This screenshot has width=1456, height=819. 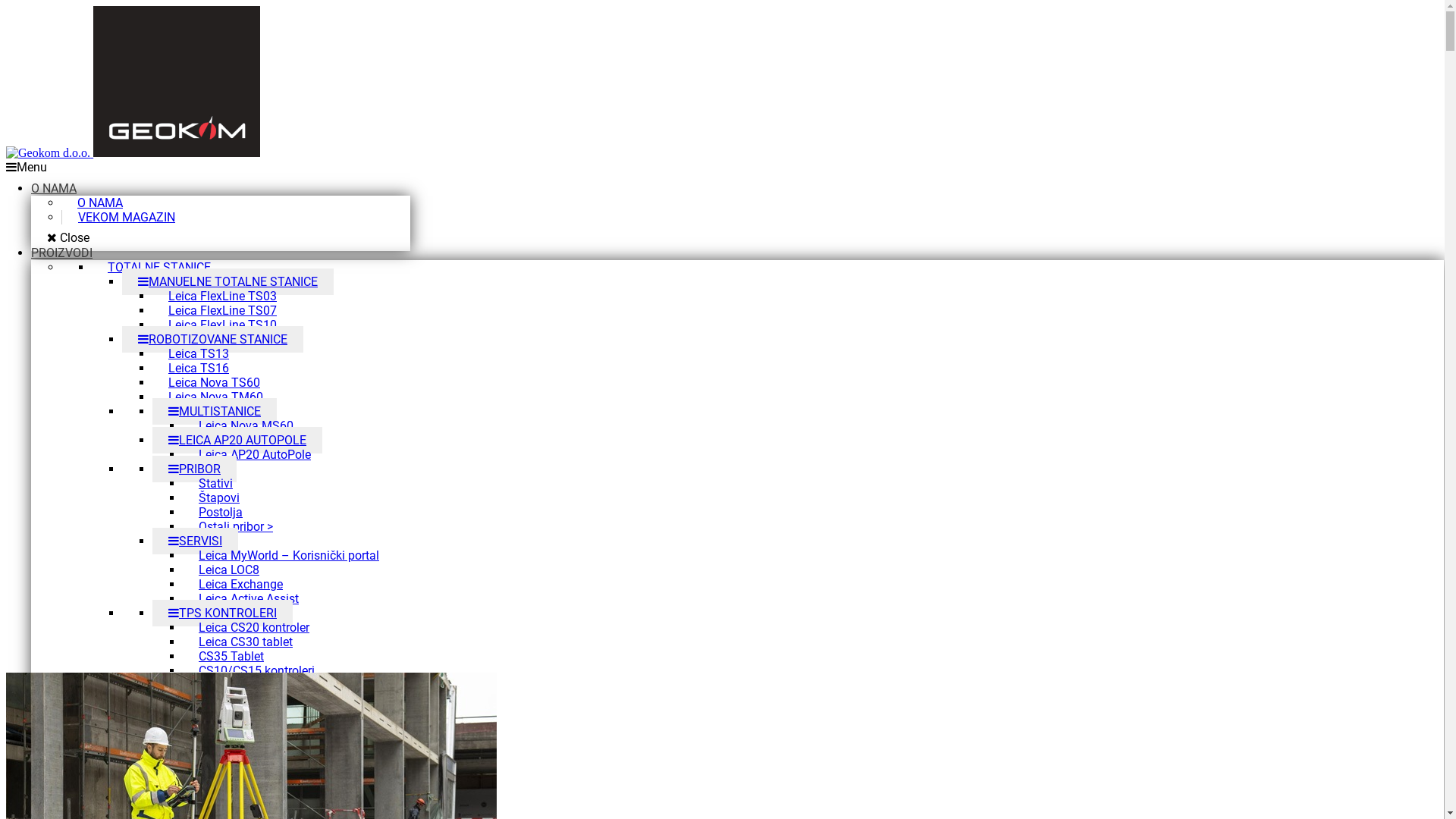 What do you see at coordinates (198, 368) in the screenshot?
I see `'Leica TS16'` at bounding box center [198, 368].